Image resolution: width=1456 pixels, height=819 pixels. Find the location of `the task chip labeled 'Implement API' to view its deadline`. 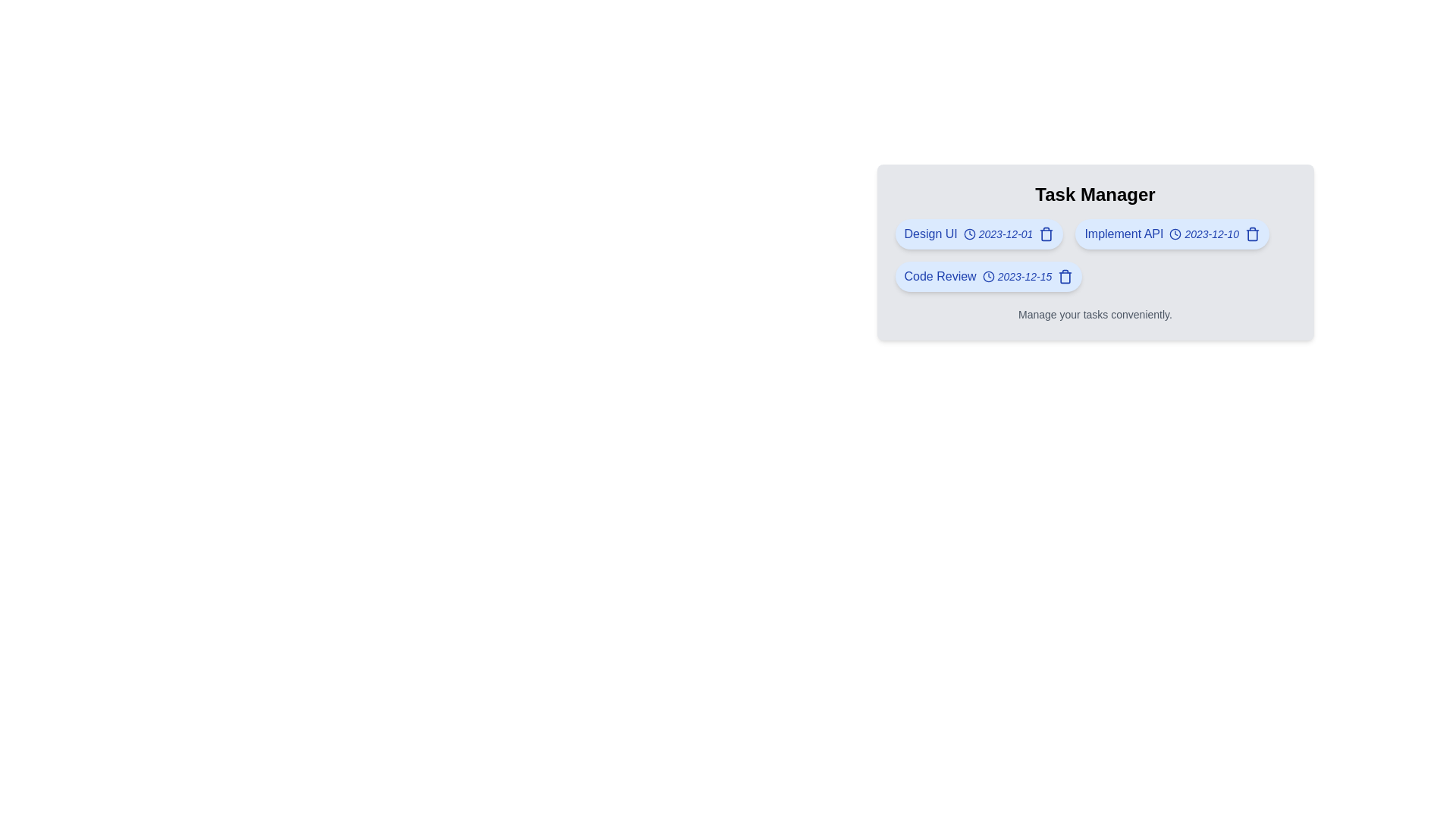

the task chip labeled 'Implement API' to view its deadline is located at coordinates (1172, 234).